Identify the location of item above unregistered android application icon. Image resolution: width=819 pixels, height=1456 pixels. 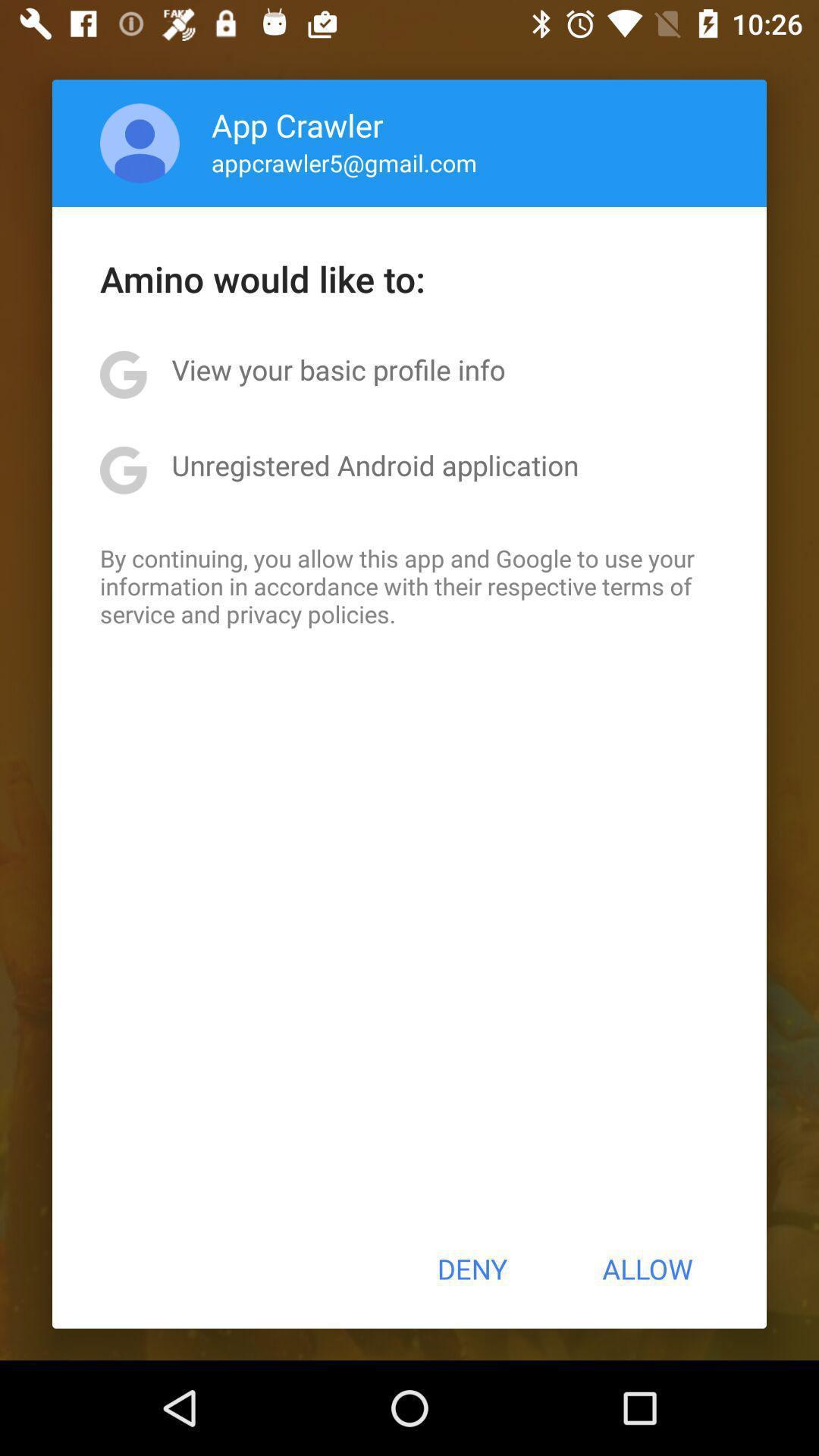
(337, 369).